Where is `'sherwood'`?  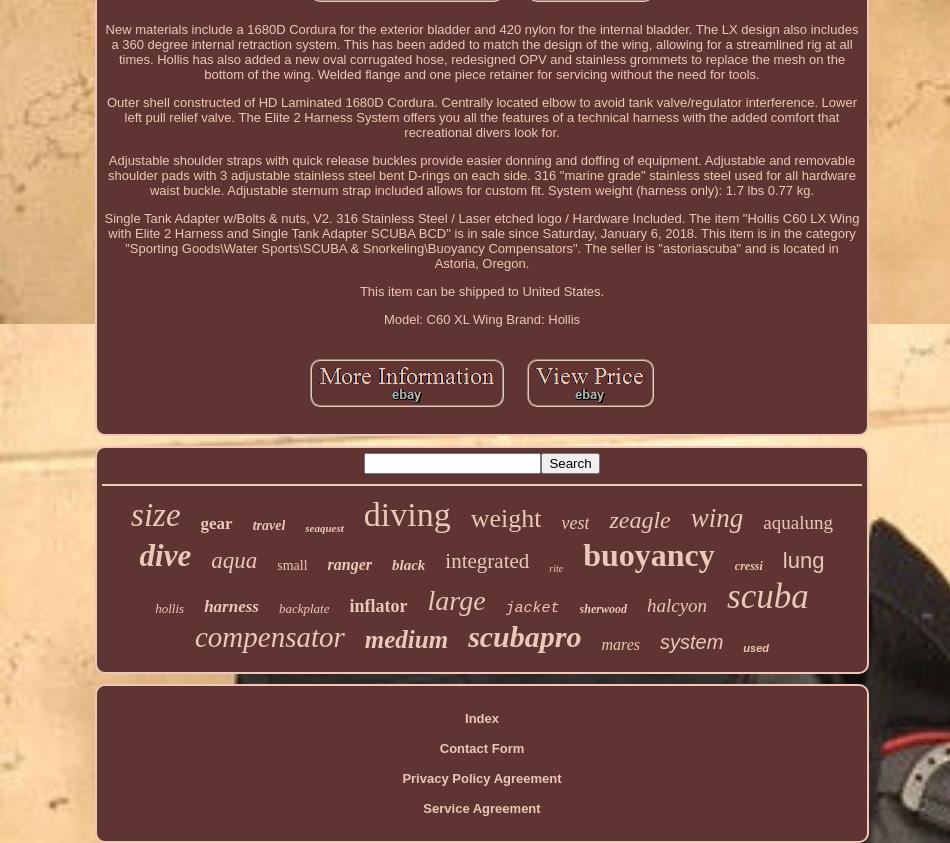 'sherwood' is located at coordinates (602, 607).